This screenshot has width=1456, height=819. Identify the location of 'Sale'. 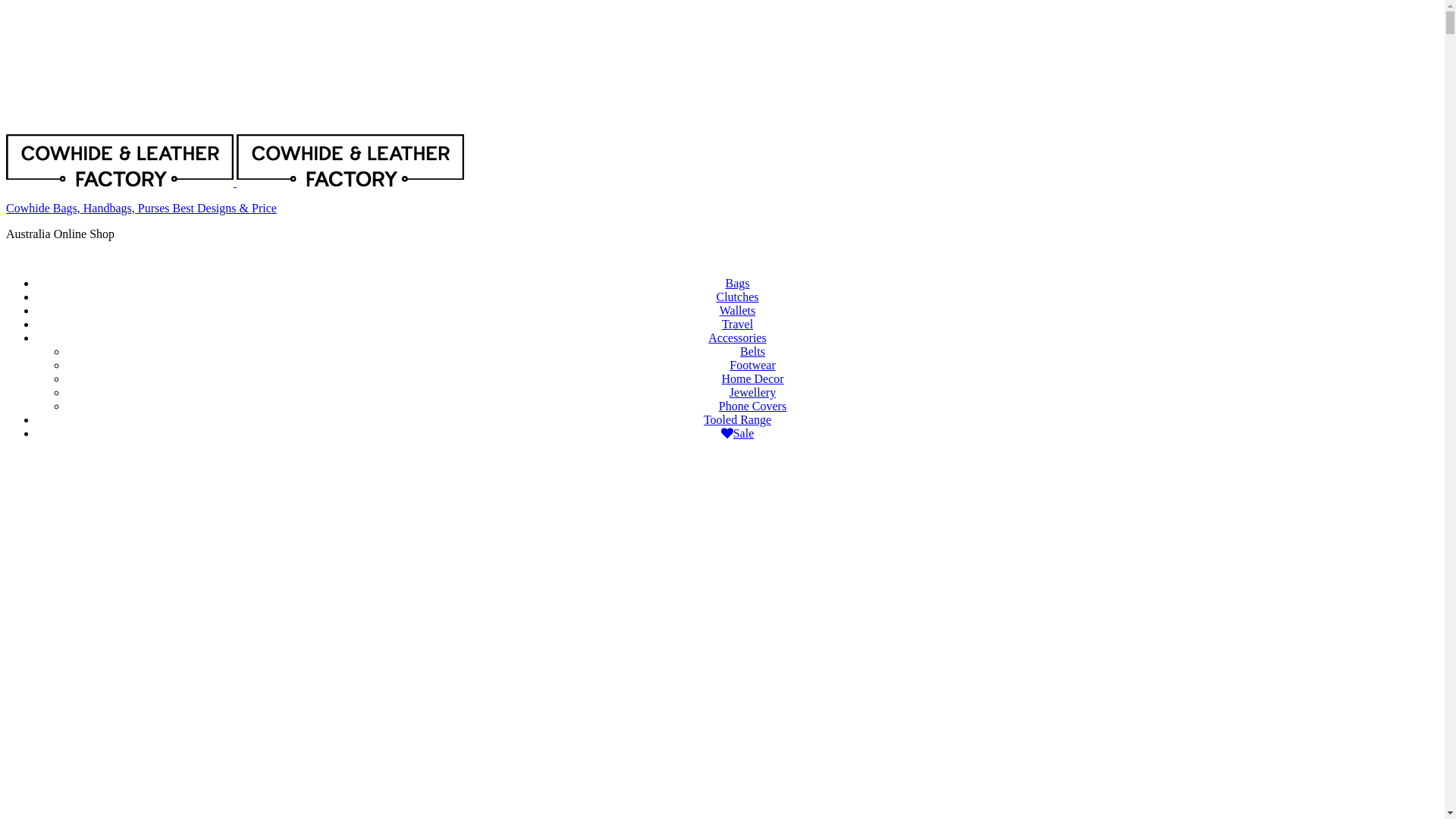
(738, 433).